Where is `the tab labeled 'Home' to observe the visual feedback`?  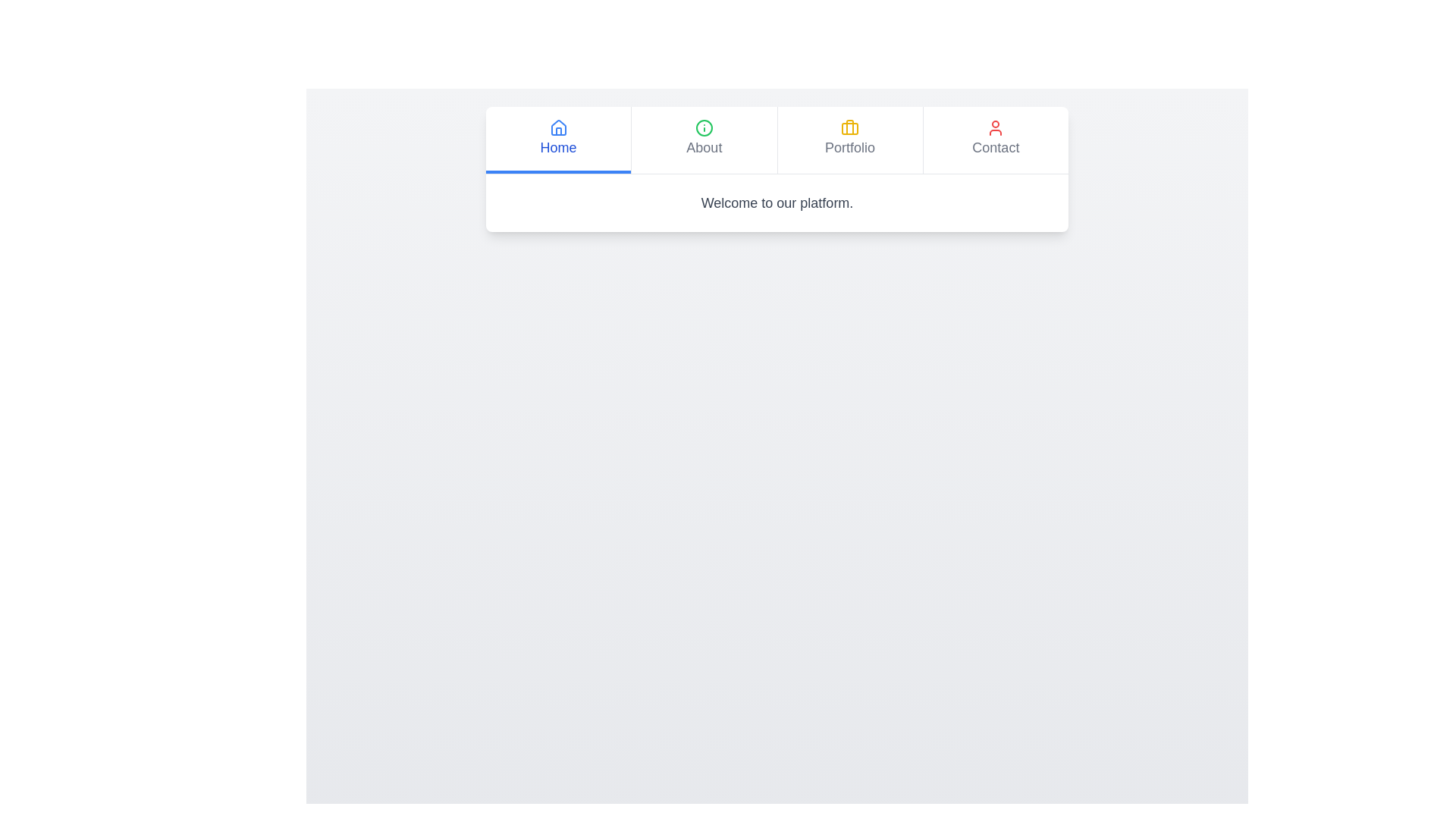
the tab labeled 'Home' to observe the visual feedback is located at coordinates (557, 140).